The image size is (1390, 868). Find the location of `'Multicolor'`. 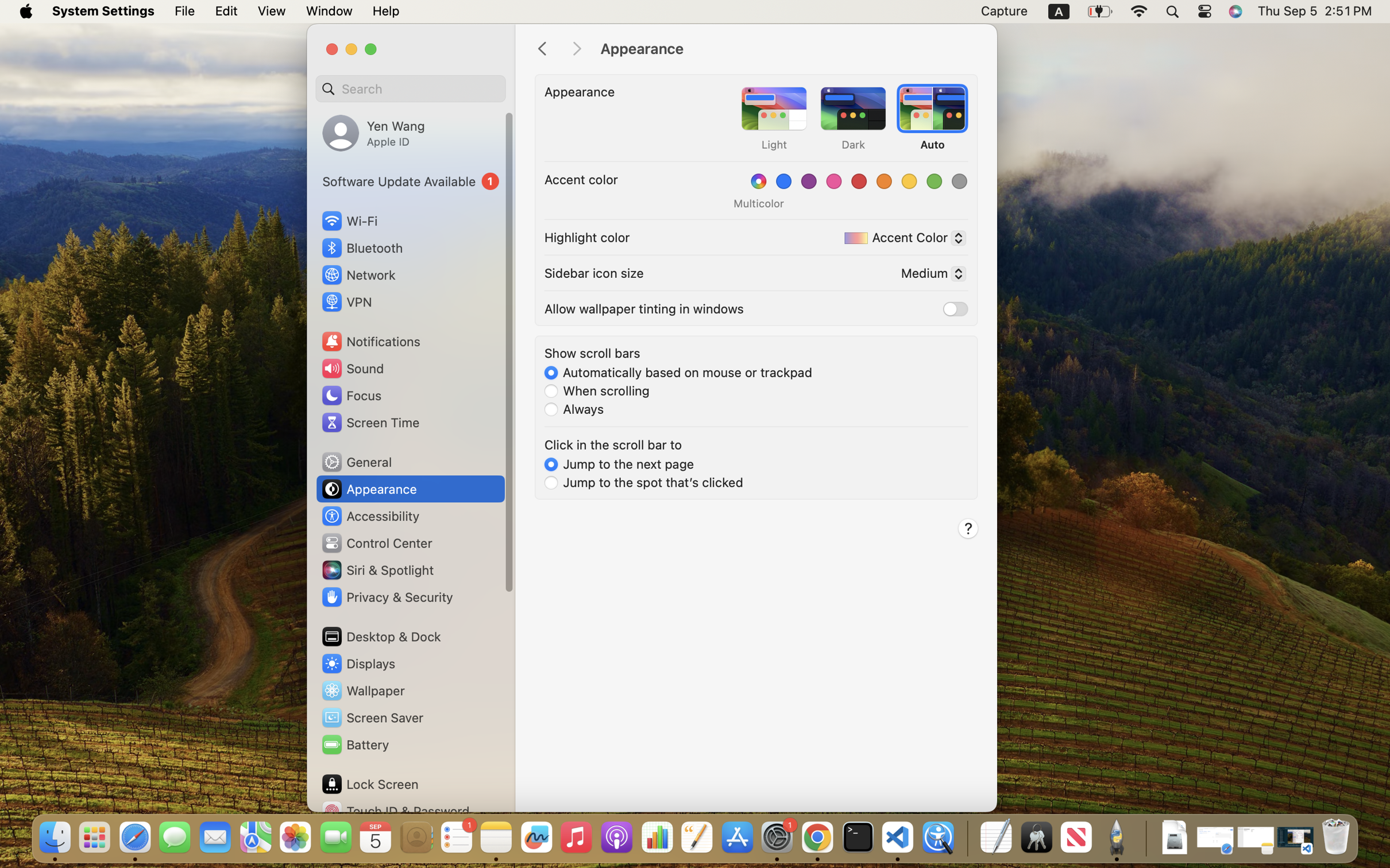

'Multicolor' is located at coordinates (758, 203).